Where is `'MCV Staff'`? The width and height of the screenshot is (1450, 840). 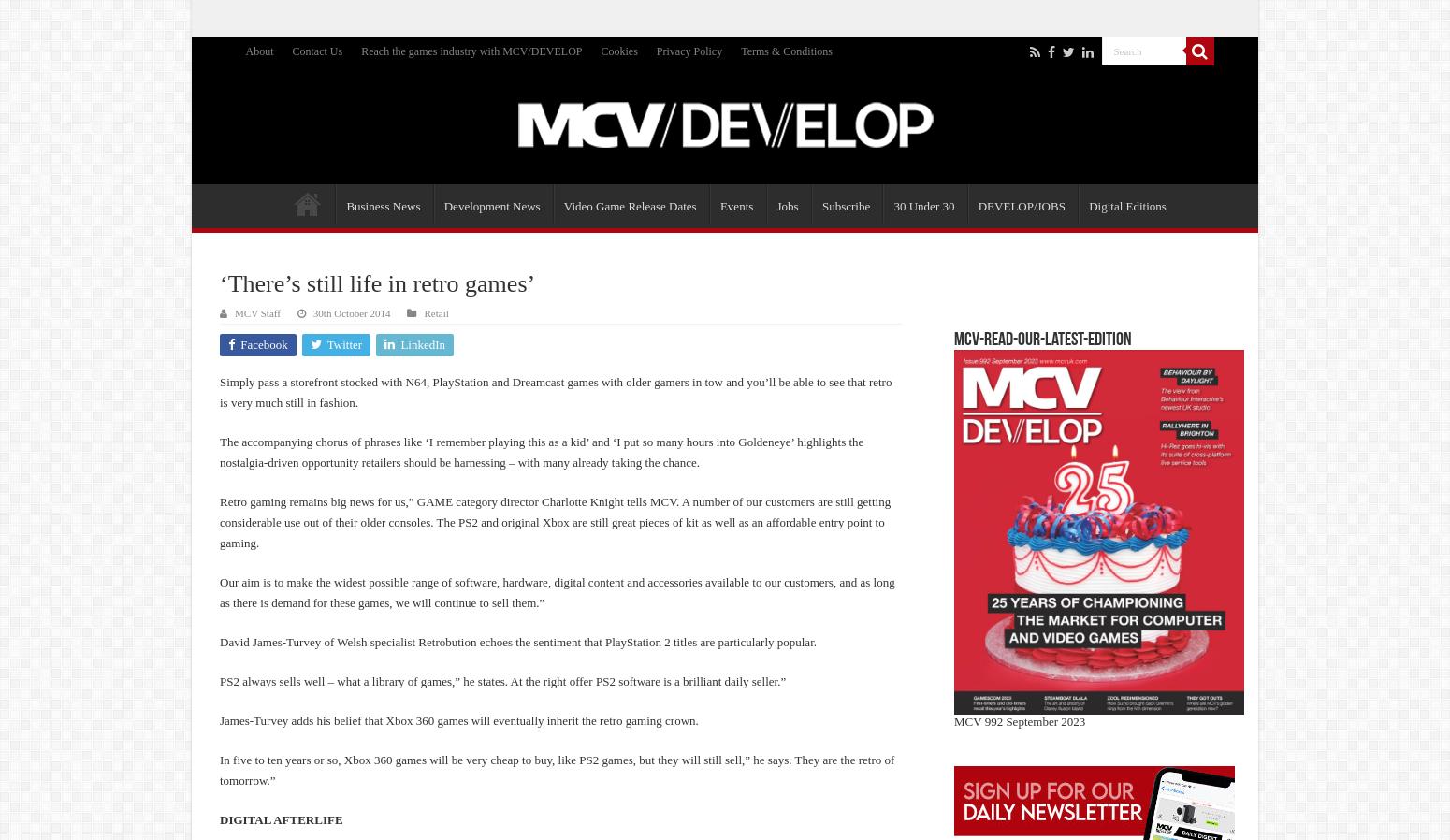 'MCV Staff' is located at coordinates (234, 313).